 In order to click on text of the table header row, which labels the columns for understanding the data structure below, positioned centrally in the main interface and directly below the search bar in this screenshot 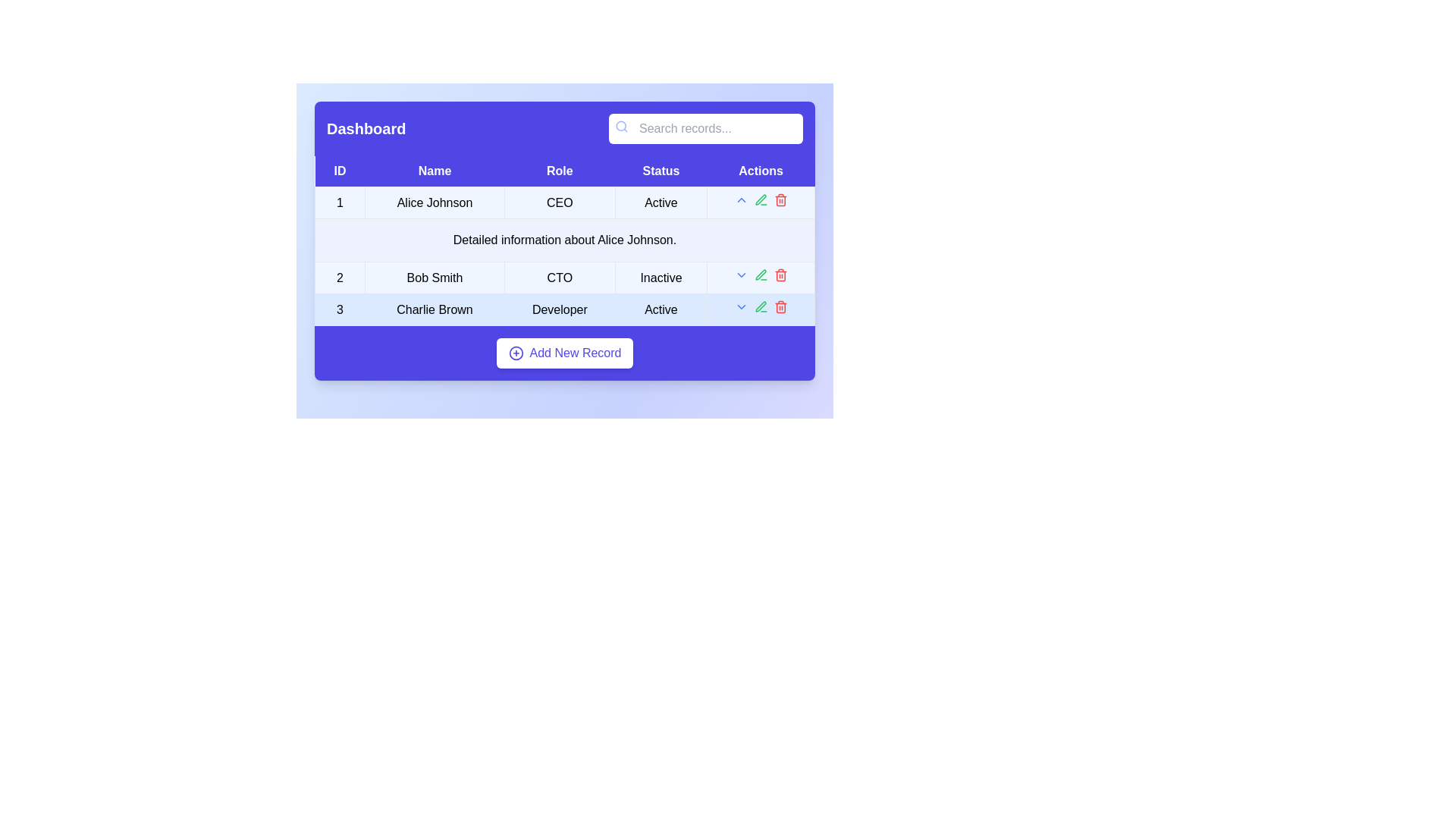, I will do `click(563, 171)`.